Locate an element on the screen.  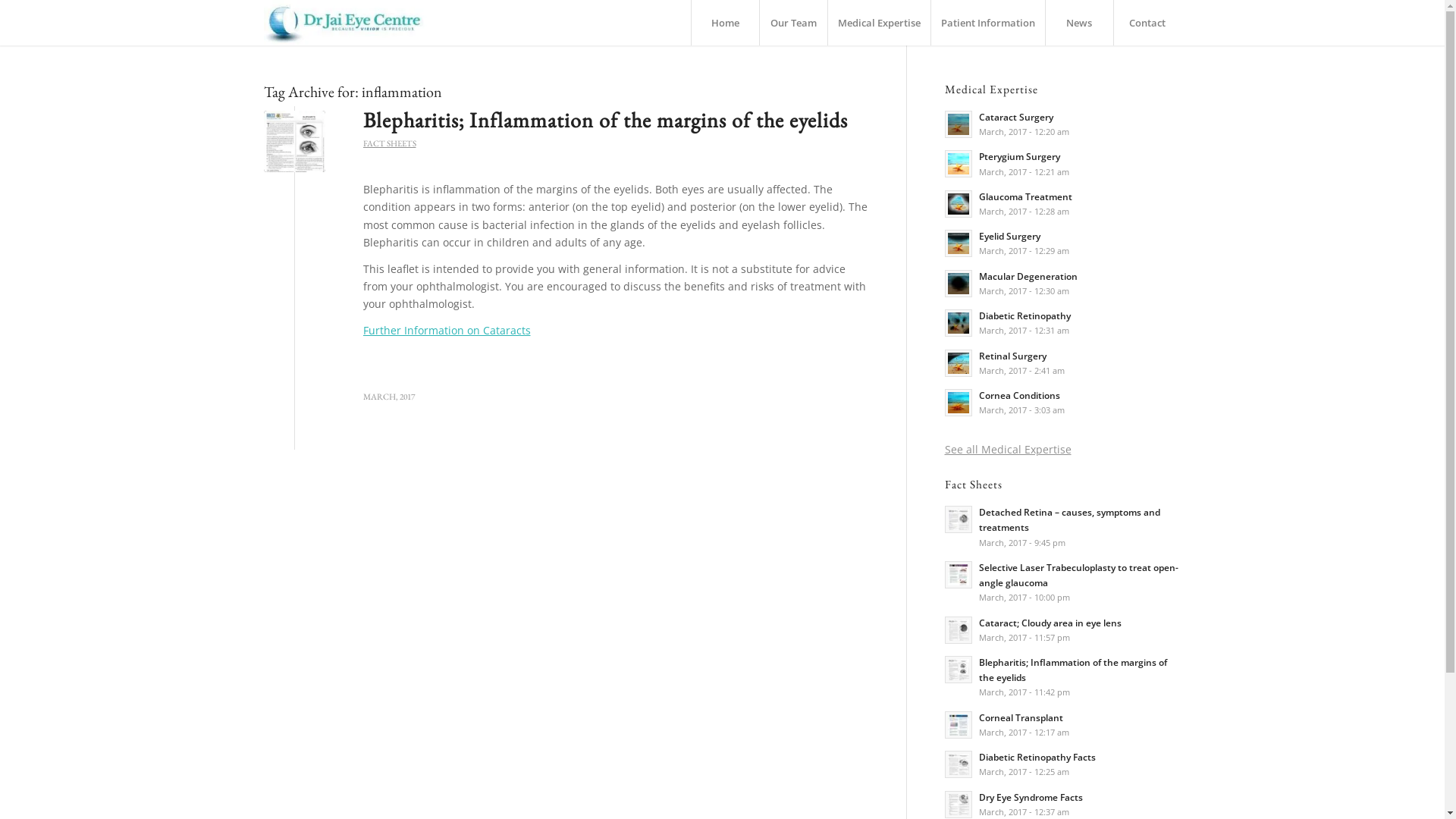
'Blepharitis' is located at coordinates (294, 141).